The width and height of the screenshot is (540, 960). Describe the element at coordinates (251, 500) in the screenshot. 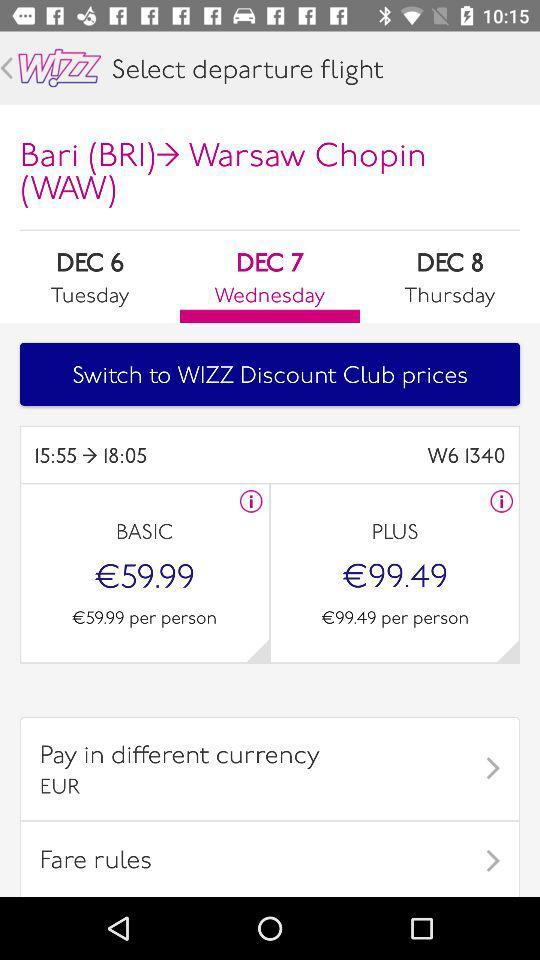

I see `rate information` at that location.